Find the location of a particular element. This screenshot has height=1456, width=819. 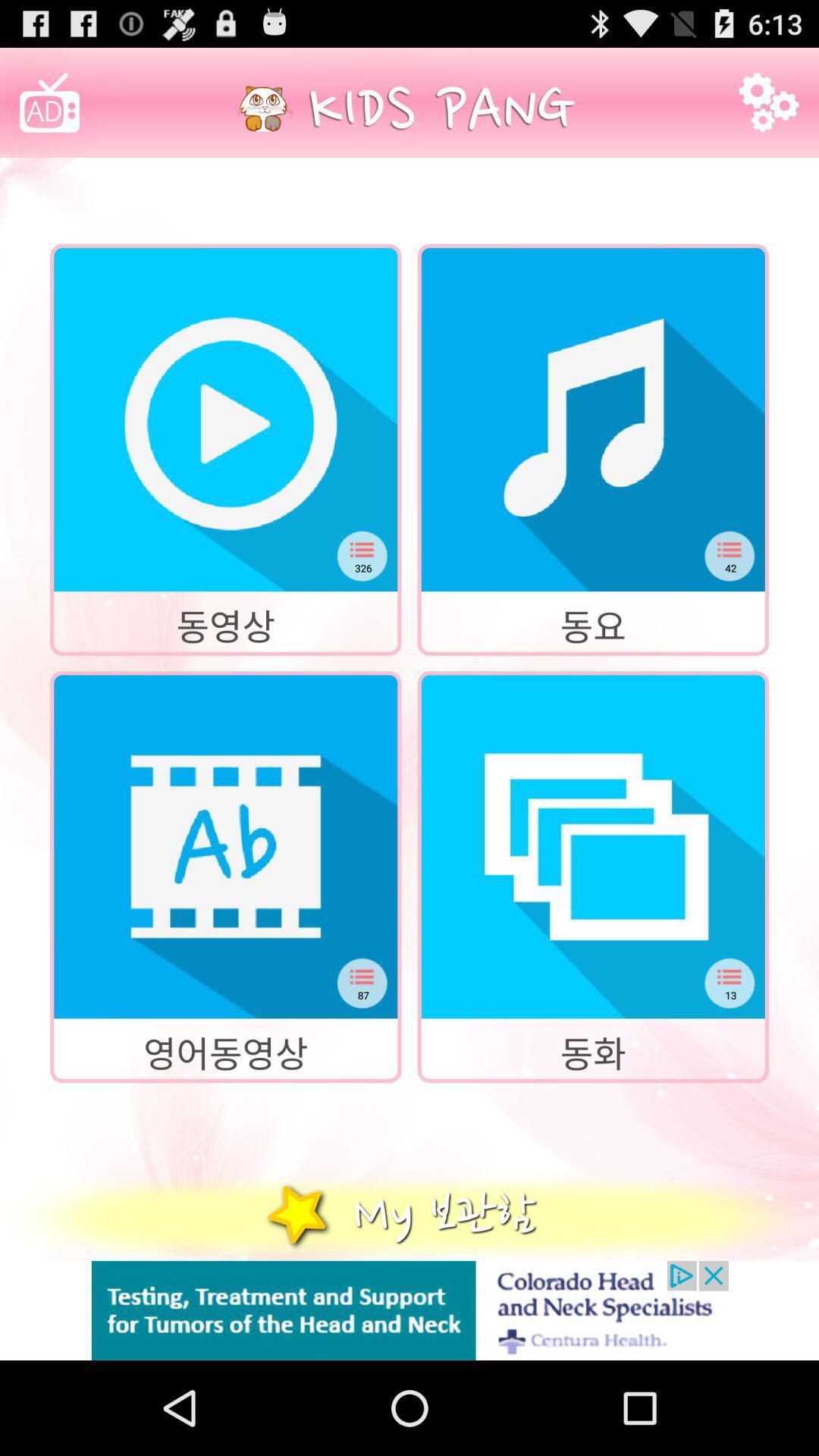

the cat image which is to the left of kids pang is located at coordinates (264, 108).